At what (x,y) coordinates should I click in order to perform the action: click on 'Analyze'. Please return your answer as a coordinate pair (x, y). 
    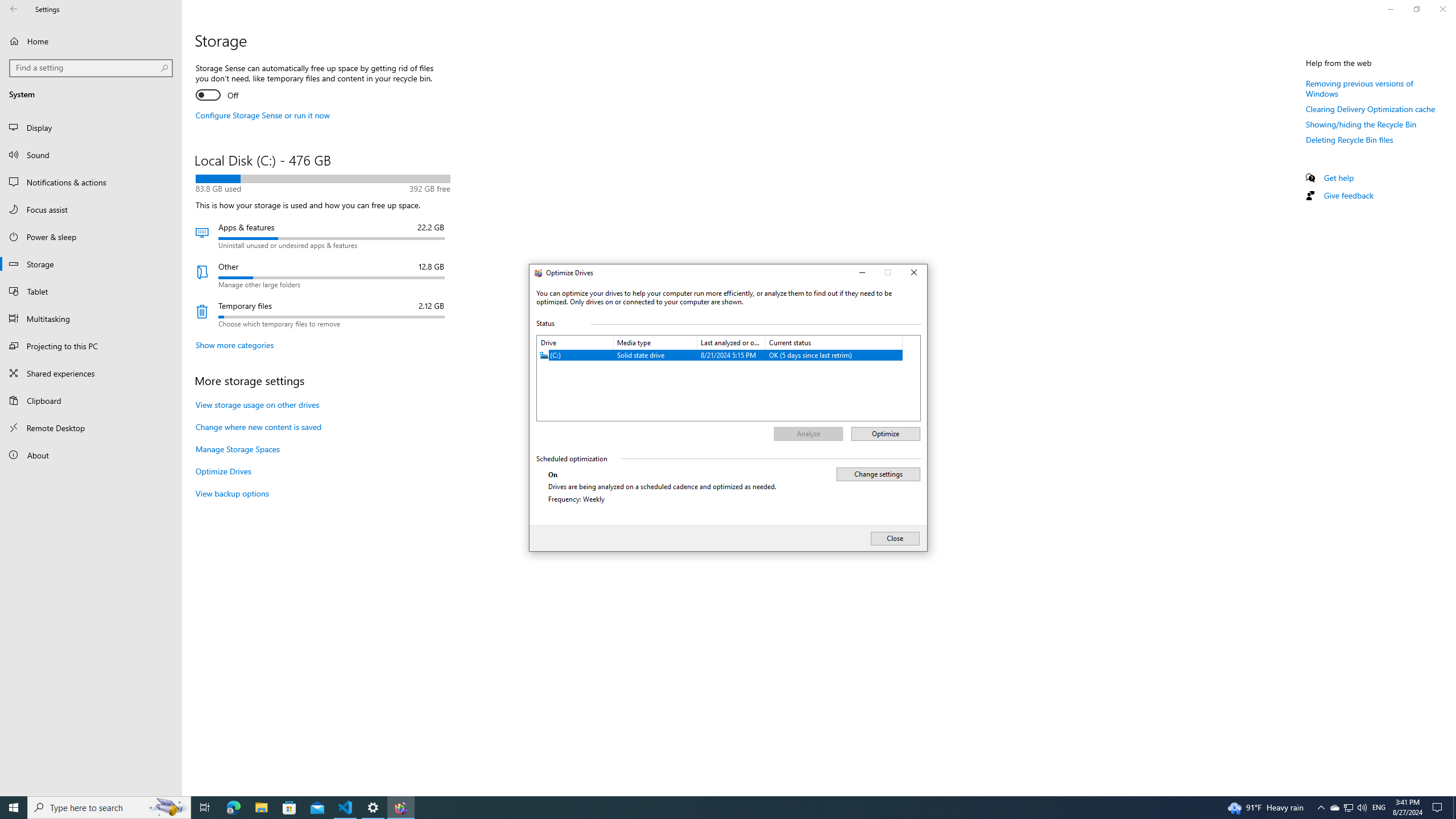
    Looking at the image, I should click on (807, 433).